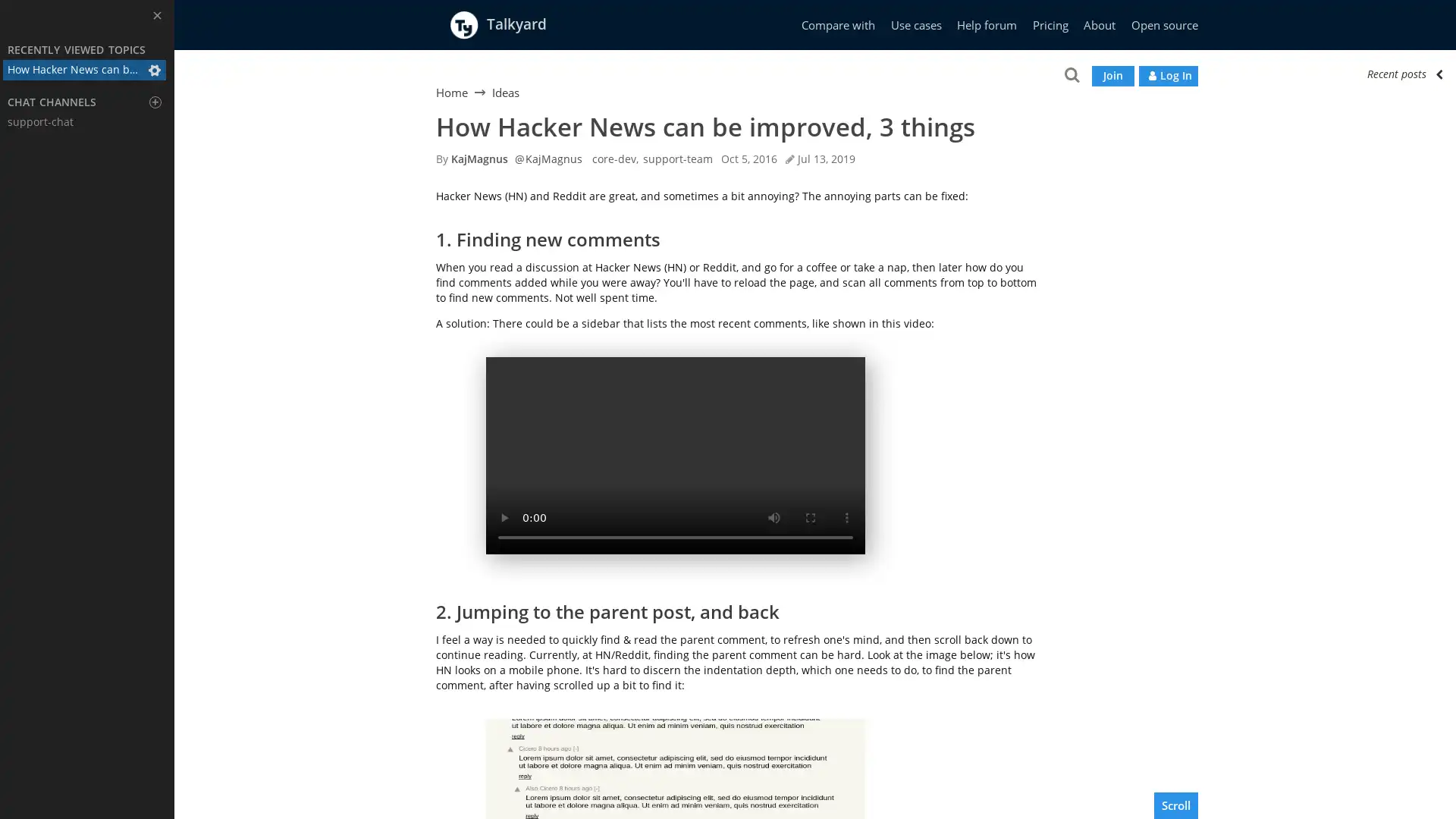 This screenshot has width=1456, height=819. What do you see at coordinates (774, 516) in the screenshot?
I see `mute` at bounding box center [774, 516].